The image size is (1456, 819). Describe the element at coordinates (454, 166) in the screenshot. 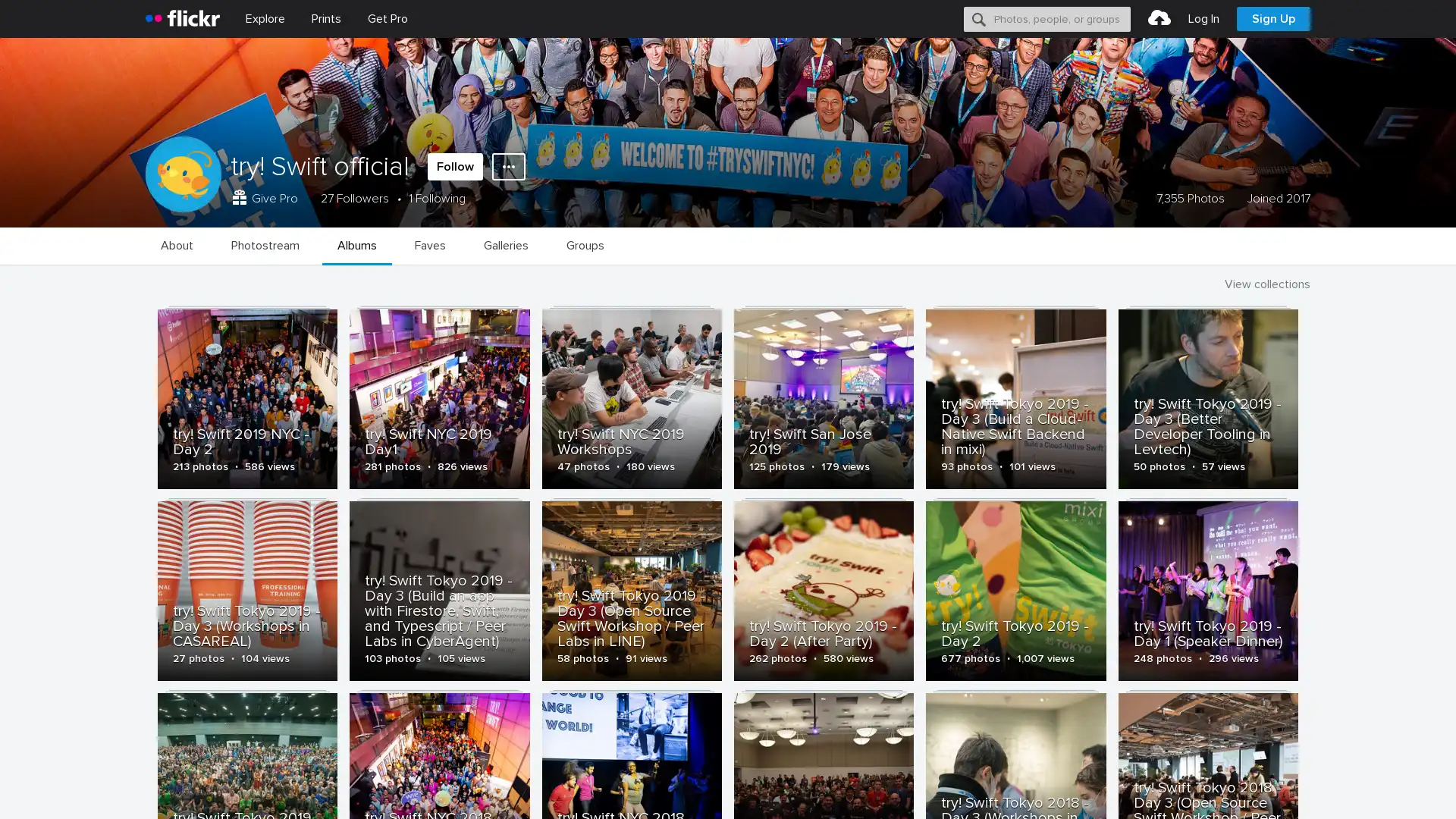

I see `Follow` at that location.